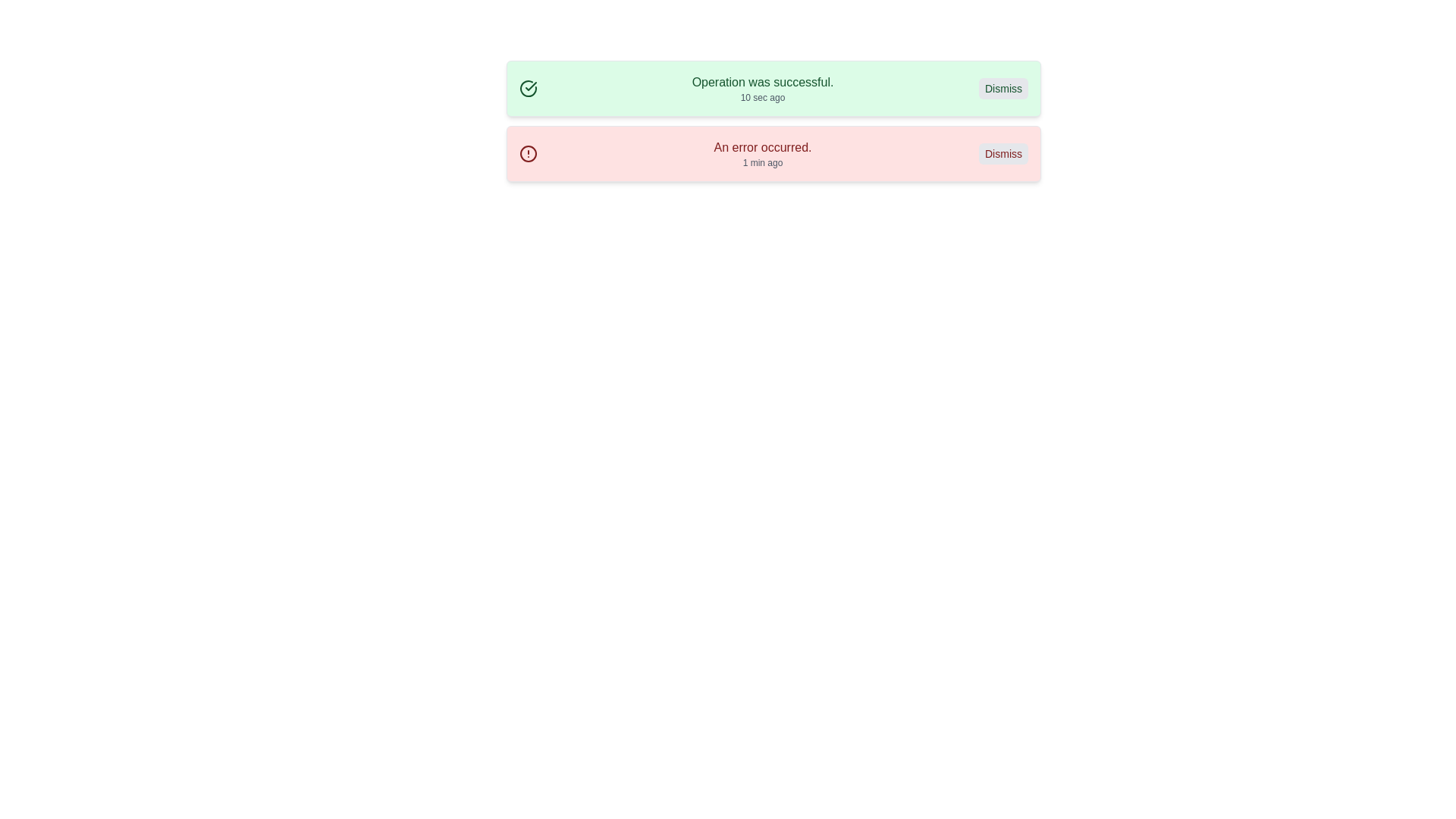  Describe the element at coordinates (763, 163) in the screenshot. I see `the text label that displays '1 min ago', which is located below the error message 'An error occurred.' in a pink notification box` at that location.